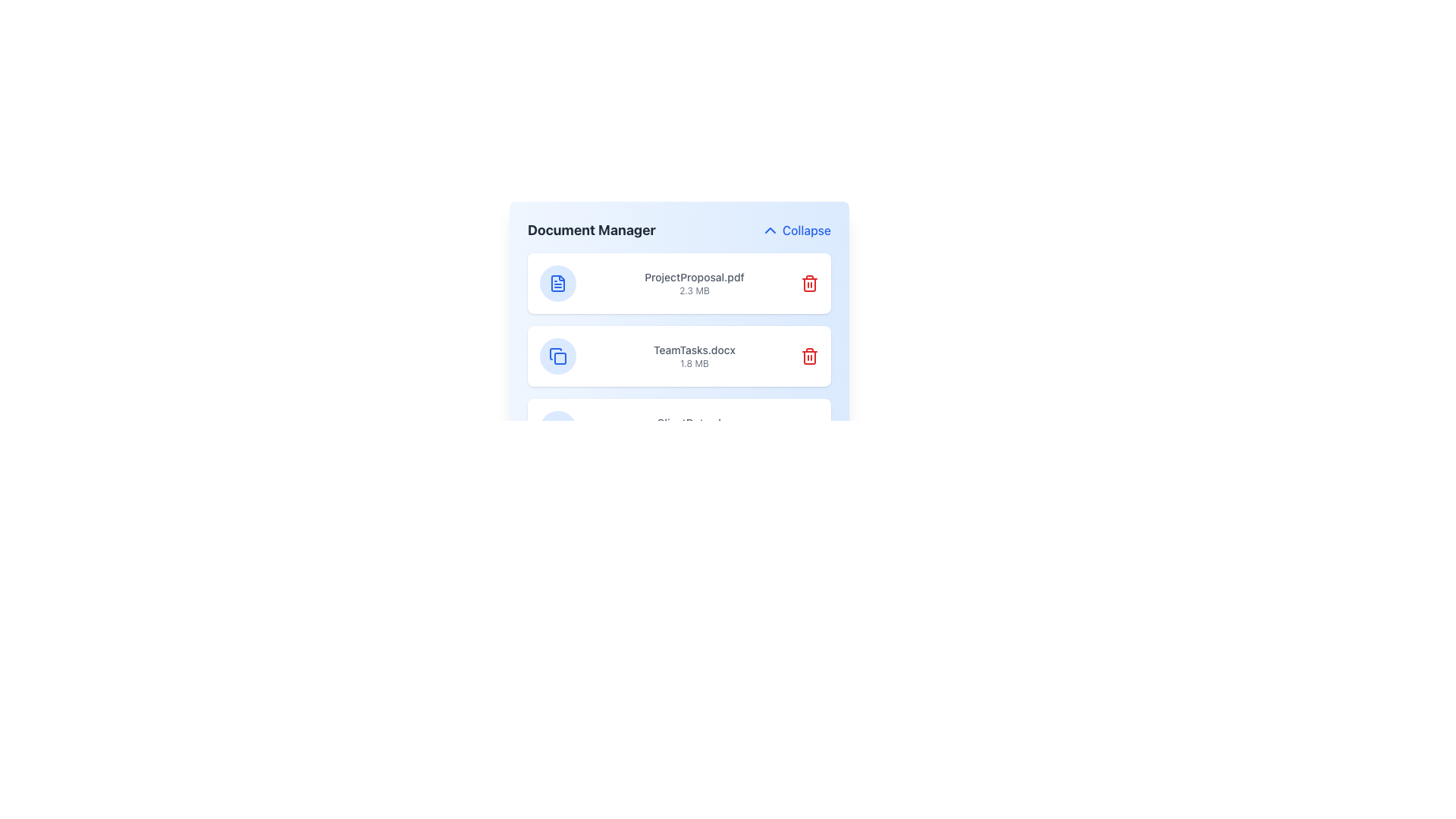 Image resolution: width=1456 pixels, height=819 pixels. What do you see at coordinates (560, 359) in the screenshot?
I see `the central graphical representation of the file icon for 'TeamTasks.docx' which indicates the file's format or functionality` at bounding box center [560, 359].